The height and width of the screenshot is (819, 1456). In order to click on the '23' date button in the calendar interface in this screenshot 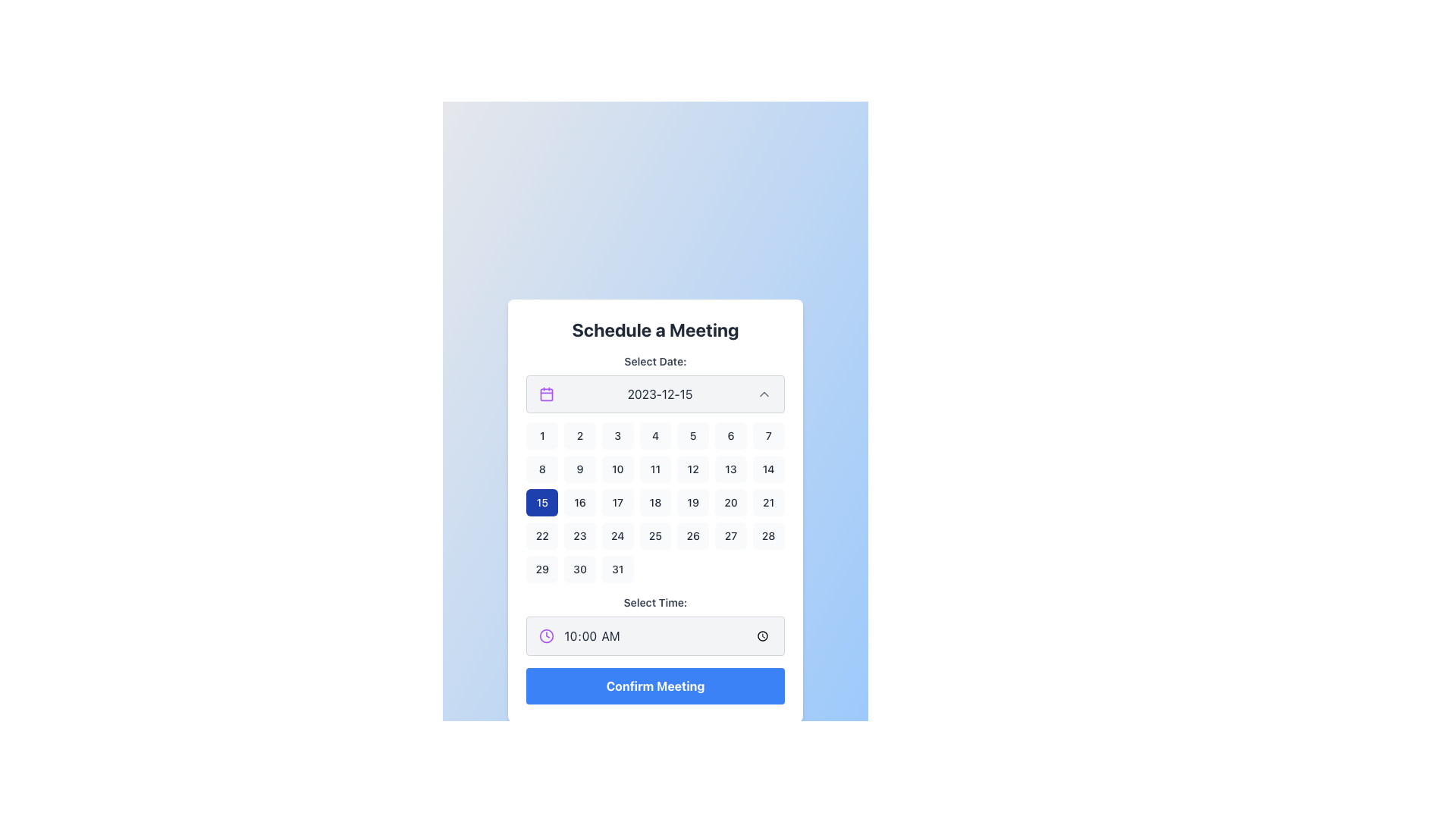, I will do `click(579, 535)`.